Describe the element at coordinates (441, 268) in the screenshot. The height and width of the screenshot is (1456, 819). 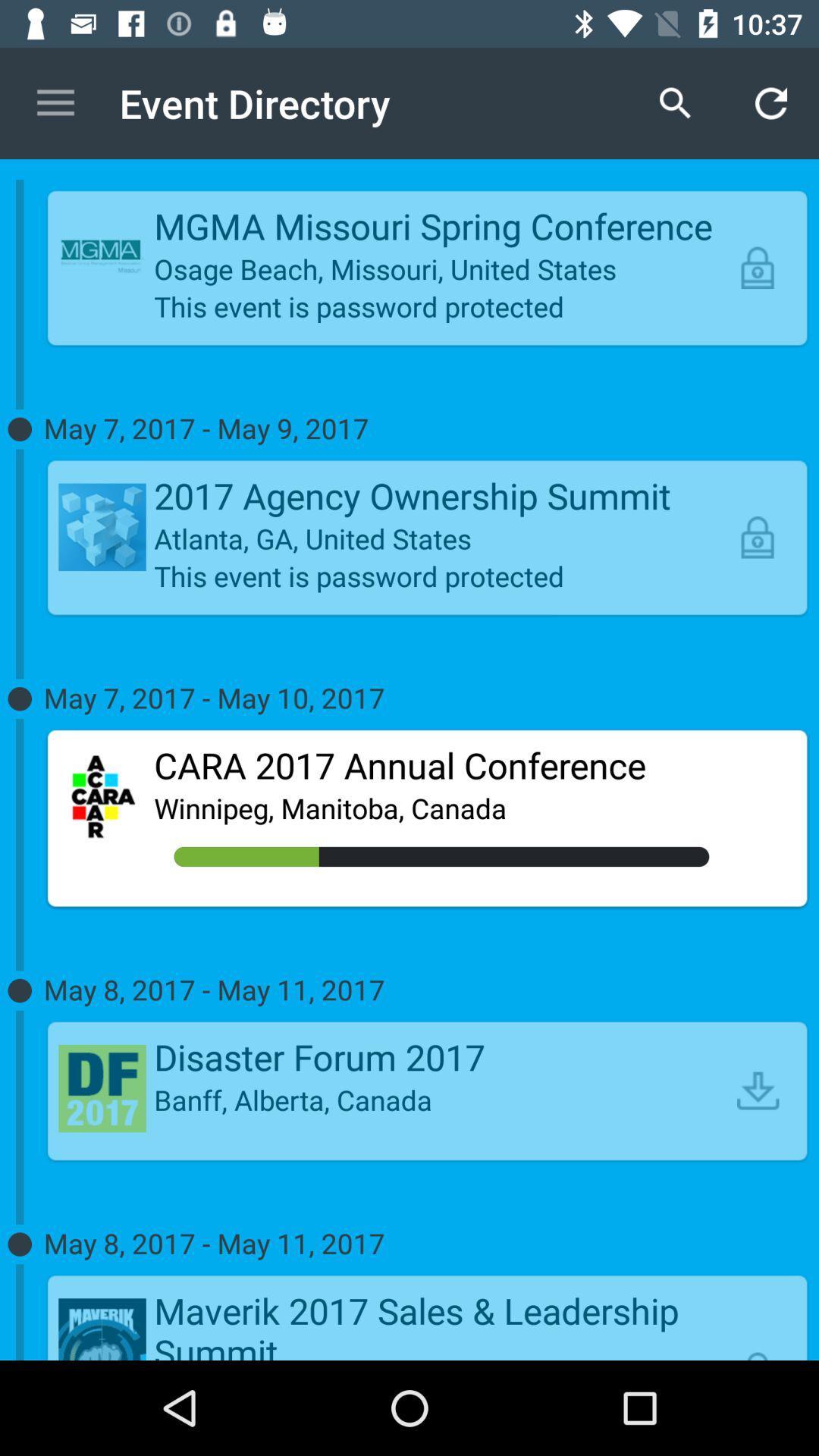
I see `the item below mgma missouri spring item` at that location.